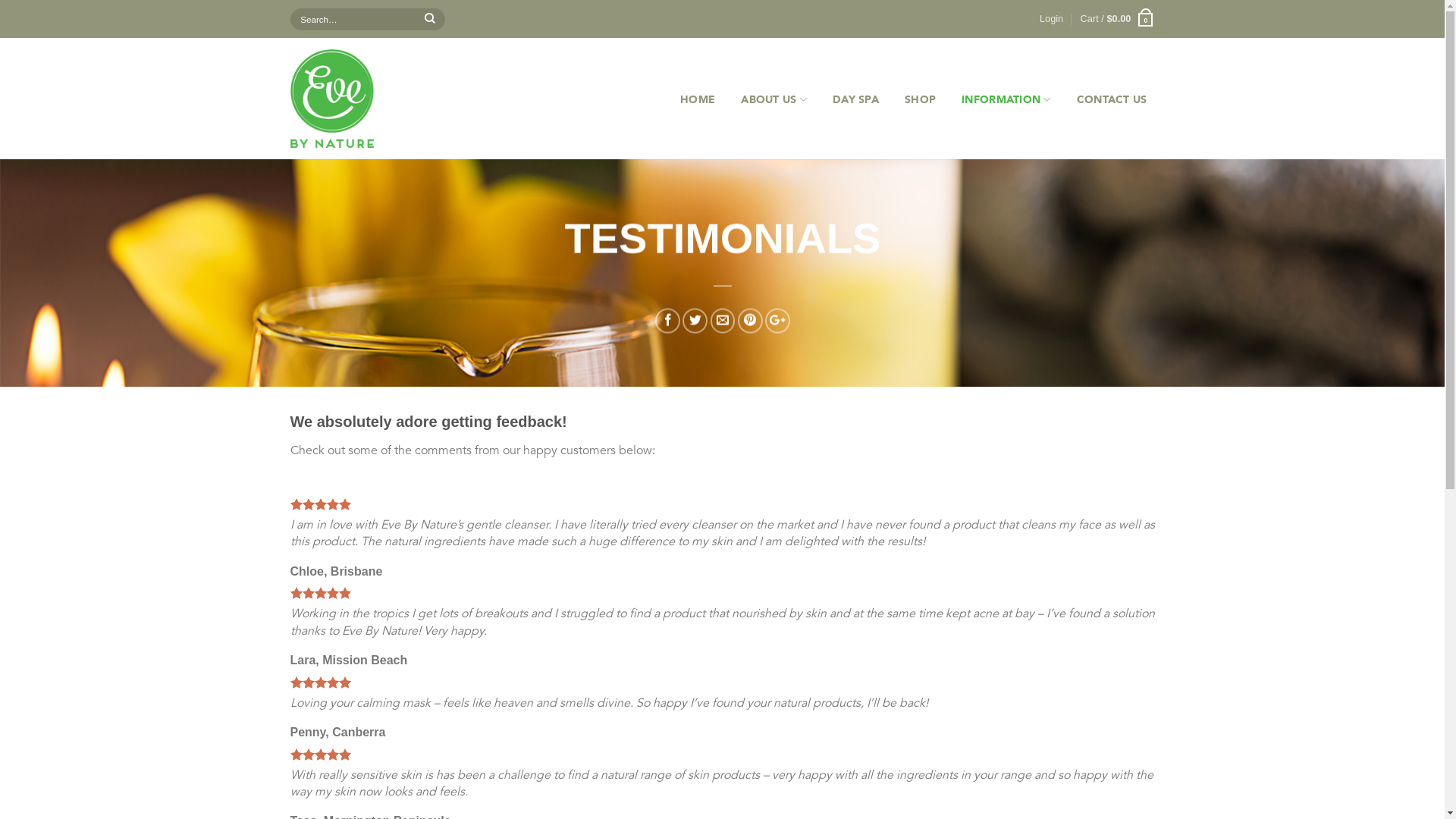 Image resolution: width=1456 pixels, height=819 pixels. What do you see at coordinates (1117, 18) in the screenshot?
I see `'Cart / $0.00` at bounding box center [1117, 18].